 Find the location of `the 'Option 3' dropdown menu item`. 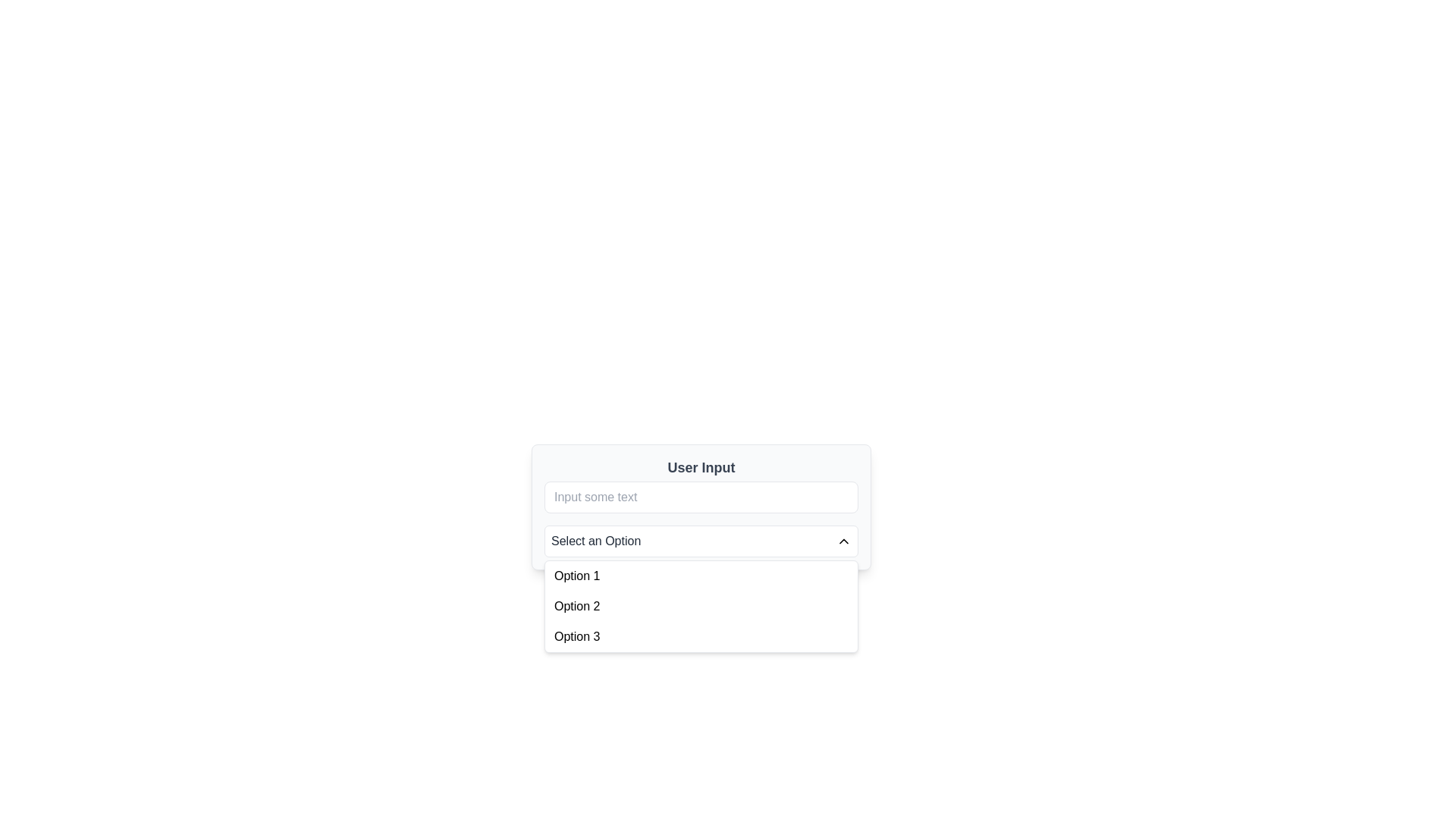

the 'Option 3' dropdown menu item is located at coordinates (701, 637).